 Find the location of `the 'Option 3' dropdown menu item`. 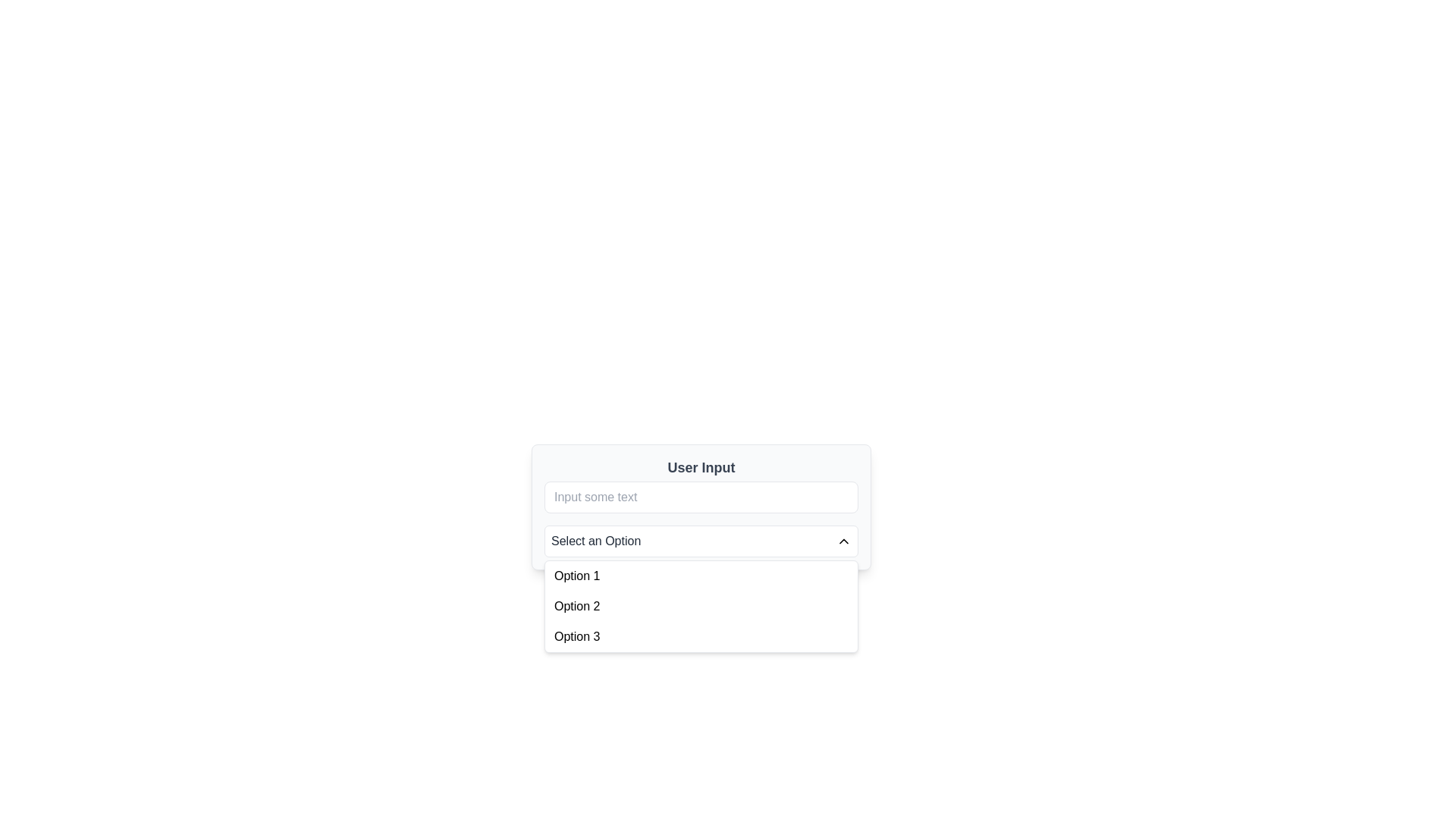

the 'Option 3' dropdown menu item is located at coordinates (701, 637).